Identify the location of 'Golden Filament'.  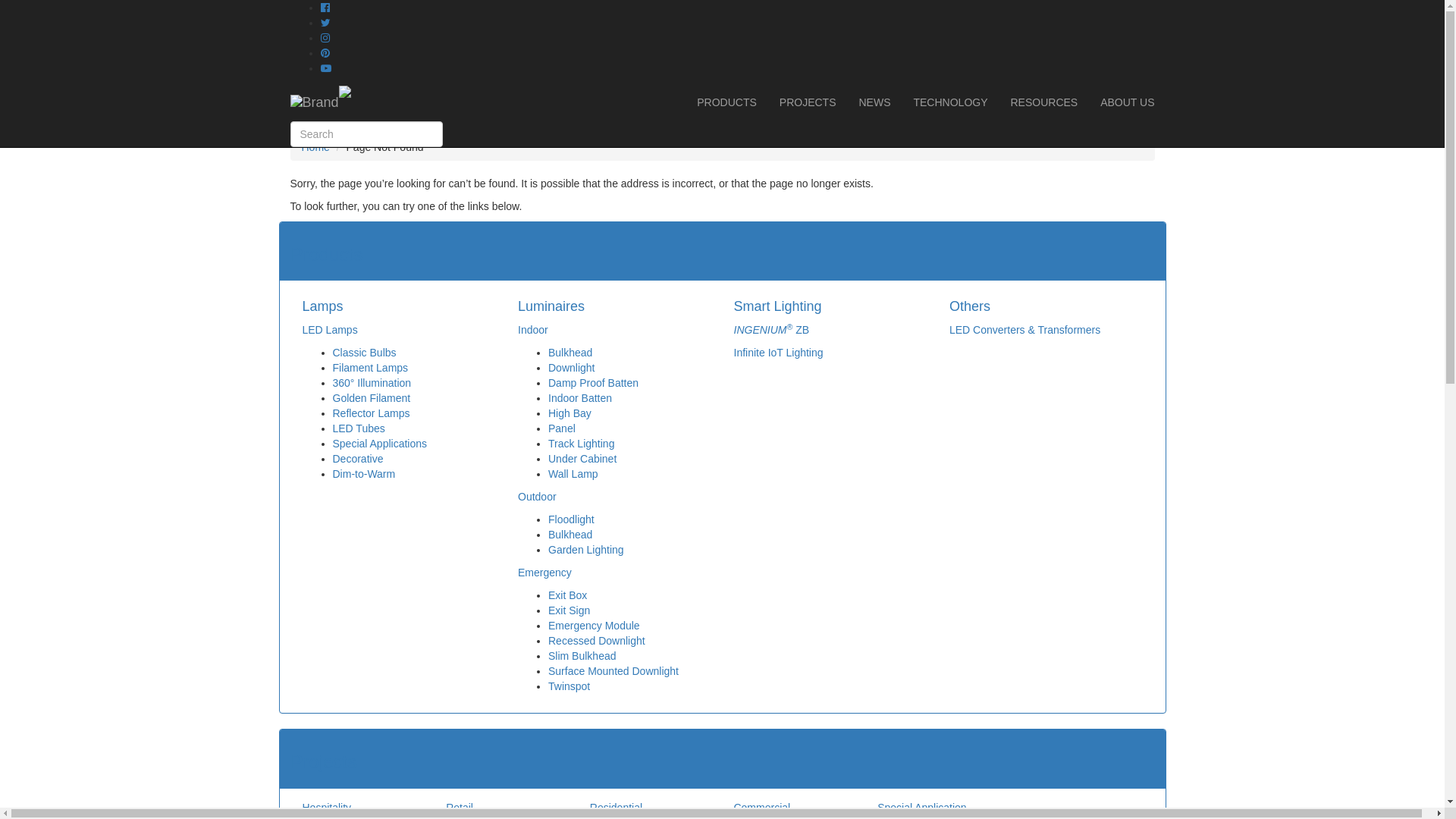
(371, 397).